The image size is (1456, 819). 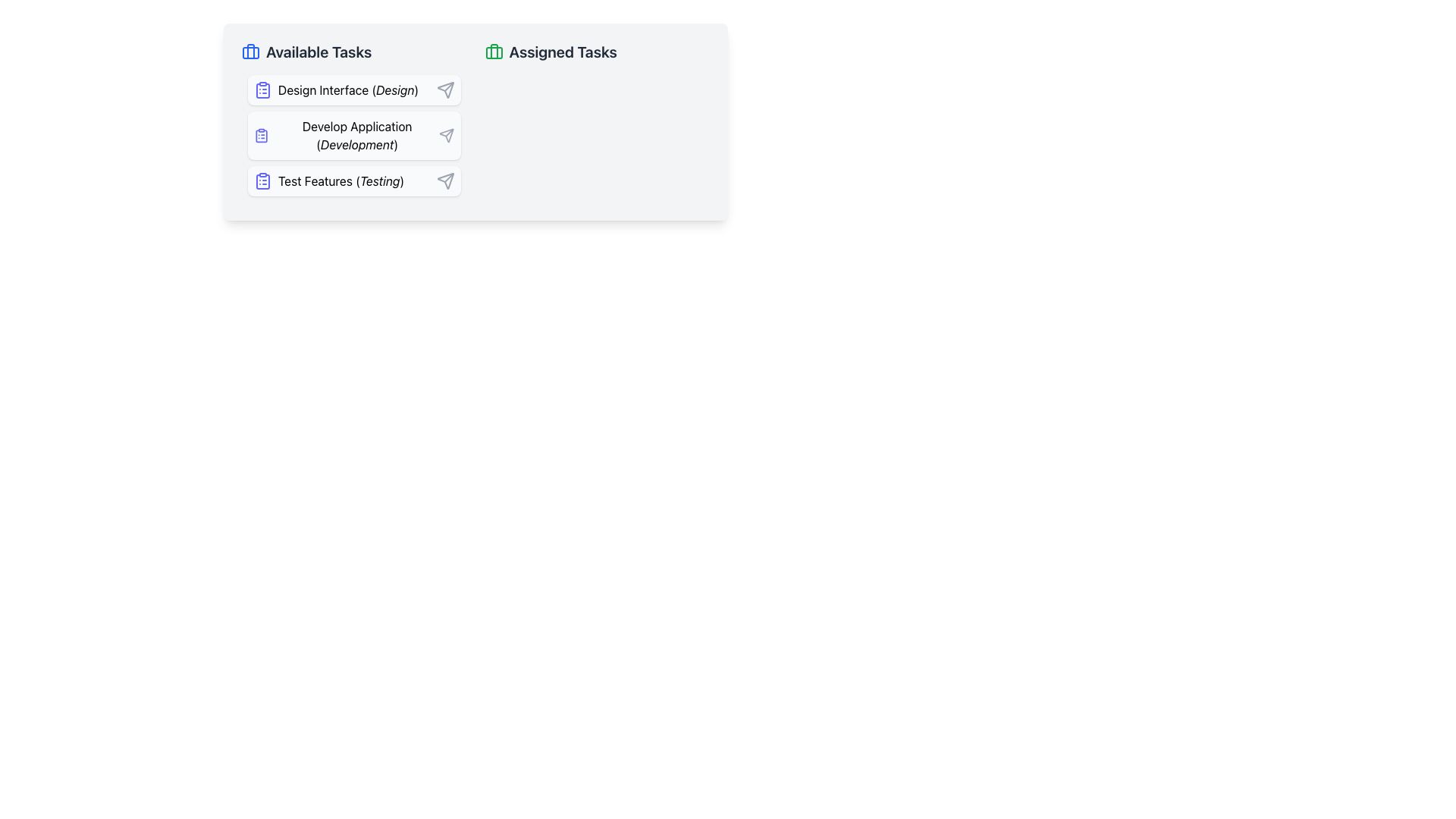 I want to click on the graphical vector line within the briefcase icon, which visually represents tasks or work management, located in the top left region of the interface next to the 'Available Tasks' title, so click(x=251, y=51).